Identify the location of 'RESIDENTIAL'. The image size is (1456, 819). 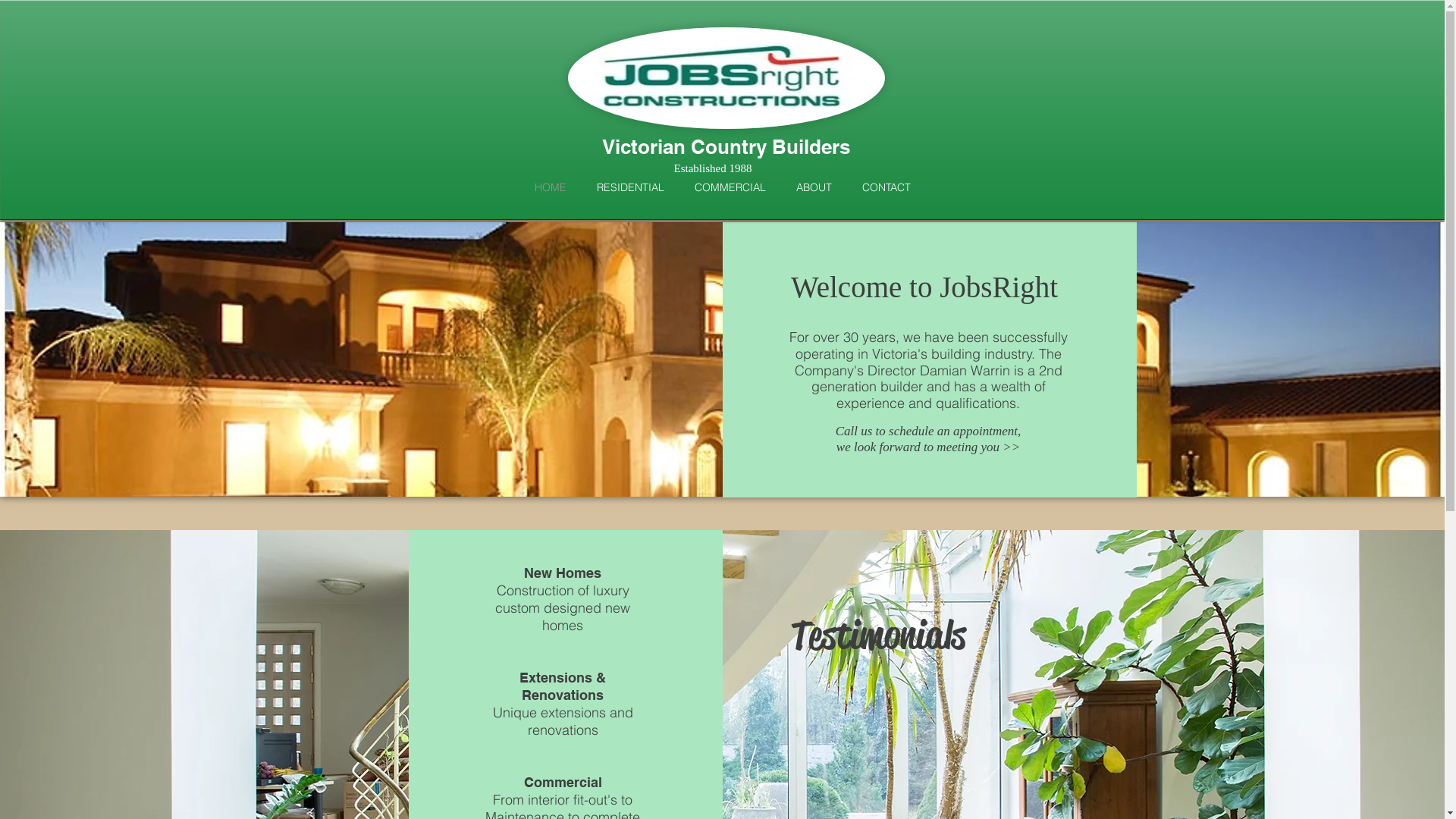
(629, 185).